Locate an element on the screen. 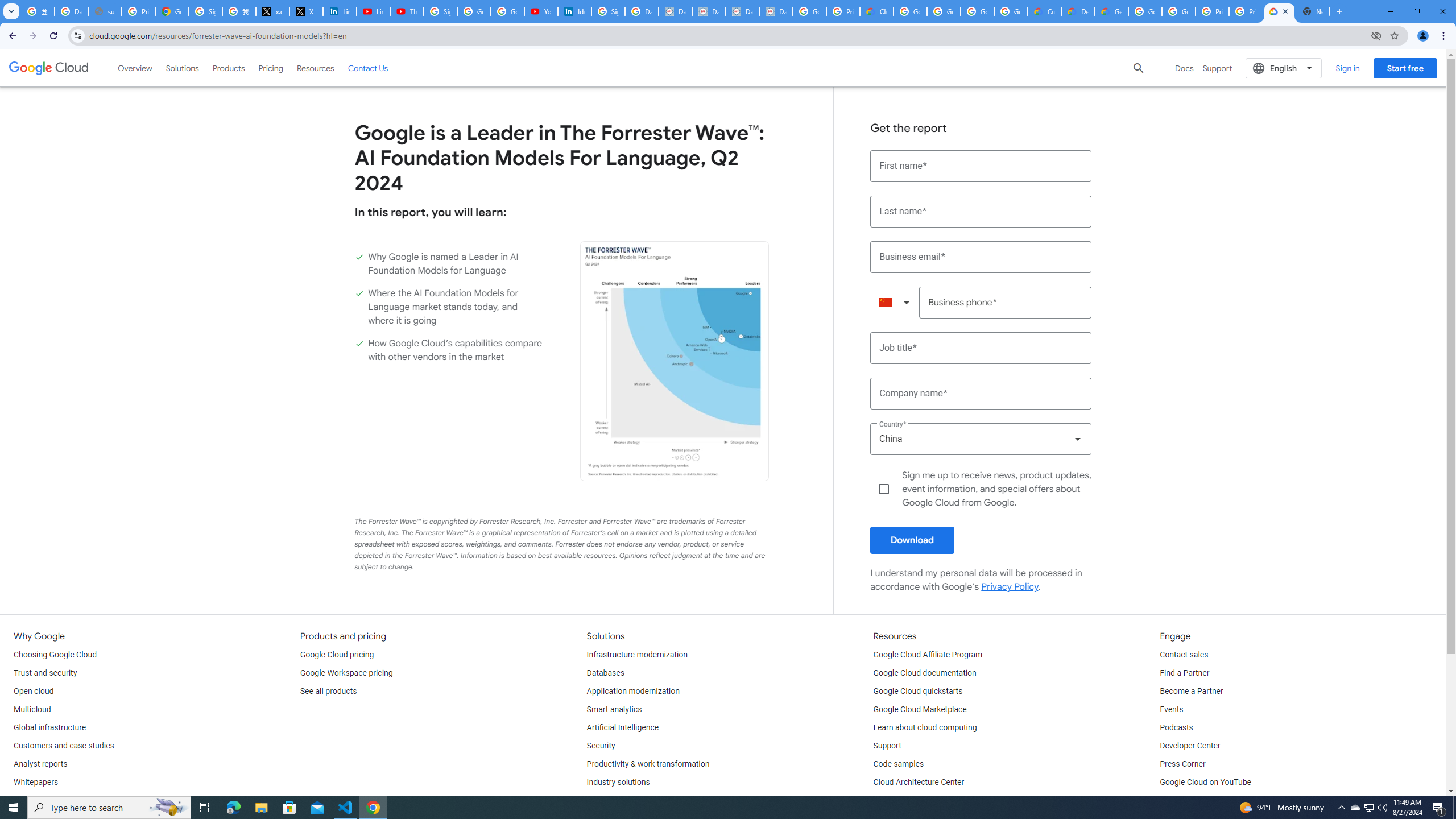 This screenshot has width=1456, height=819. 'Google Cloud Tech on YouTube' is located at coordinates (1215, 801).